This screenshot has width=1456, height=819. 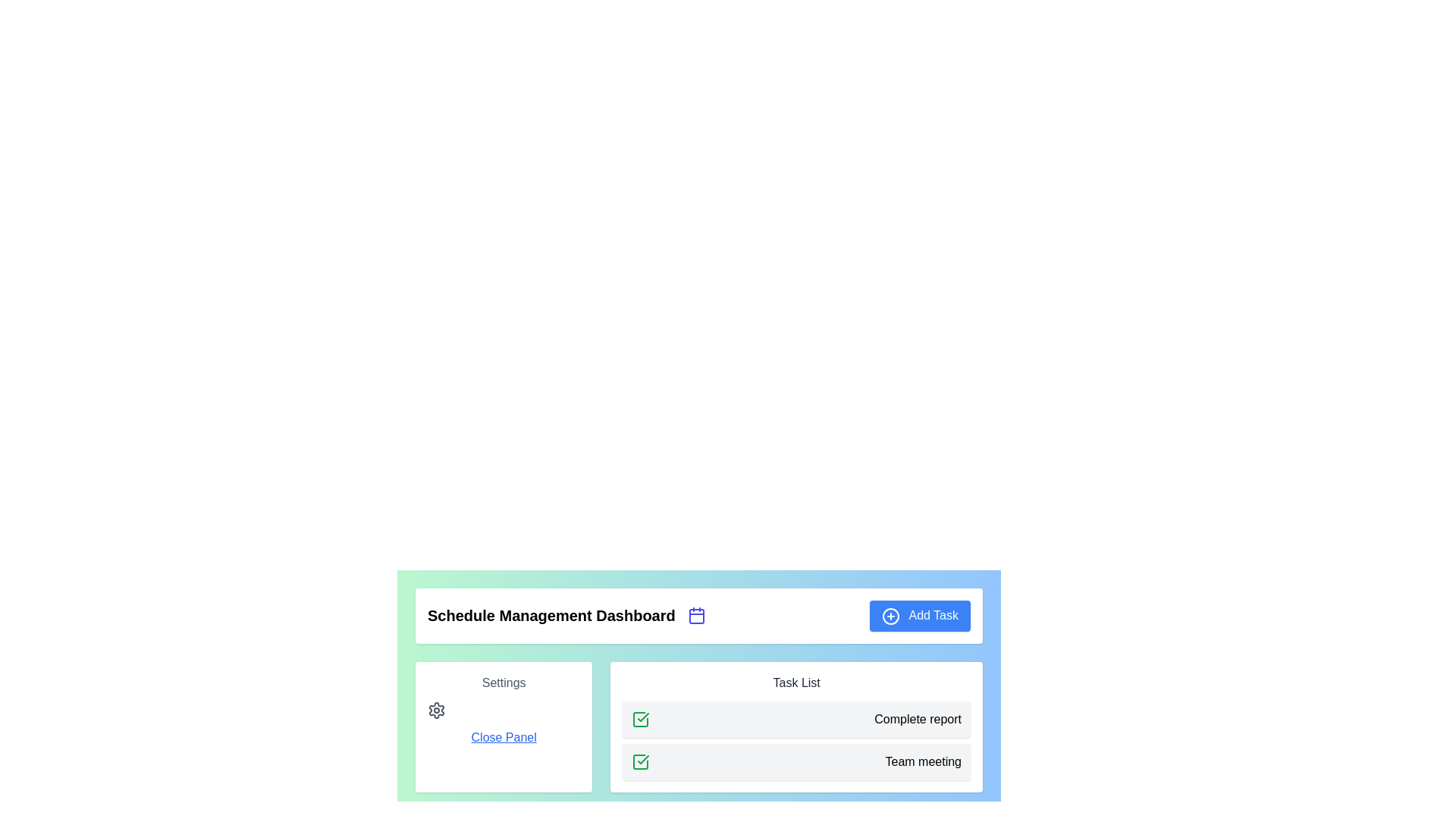 I want to click on the decorative SVG rectangle with rounded corners that forms the main body of the calendar icon, located to the right of the 'Schedule Management Dashboard' text, so click(x=695, y=617).